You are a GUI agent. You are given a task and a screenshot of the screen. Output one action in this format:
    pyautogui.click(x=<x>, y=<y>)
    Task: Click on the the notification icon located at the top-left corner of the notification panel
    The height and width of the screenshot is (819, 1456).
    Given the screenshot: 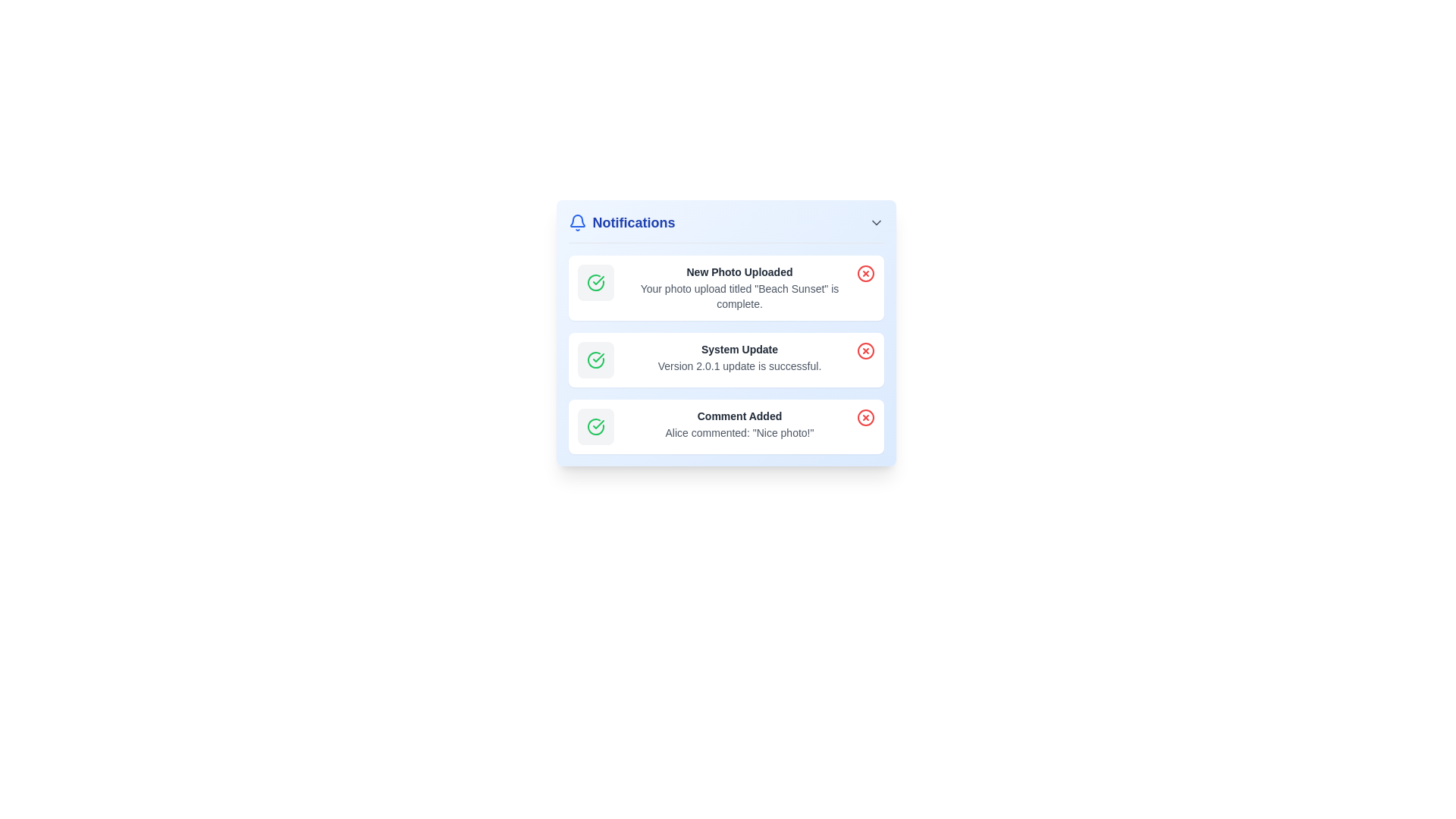 What is the action you would take?
    pyautogui.click(x=576, y=221)
    